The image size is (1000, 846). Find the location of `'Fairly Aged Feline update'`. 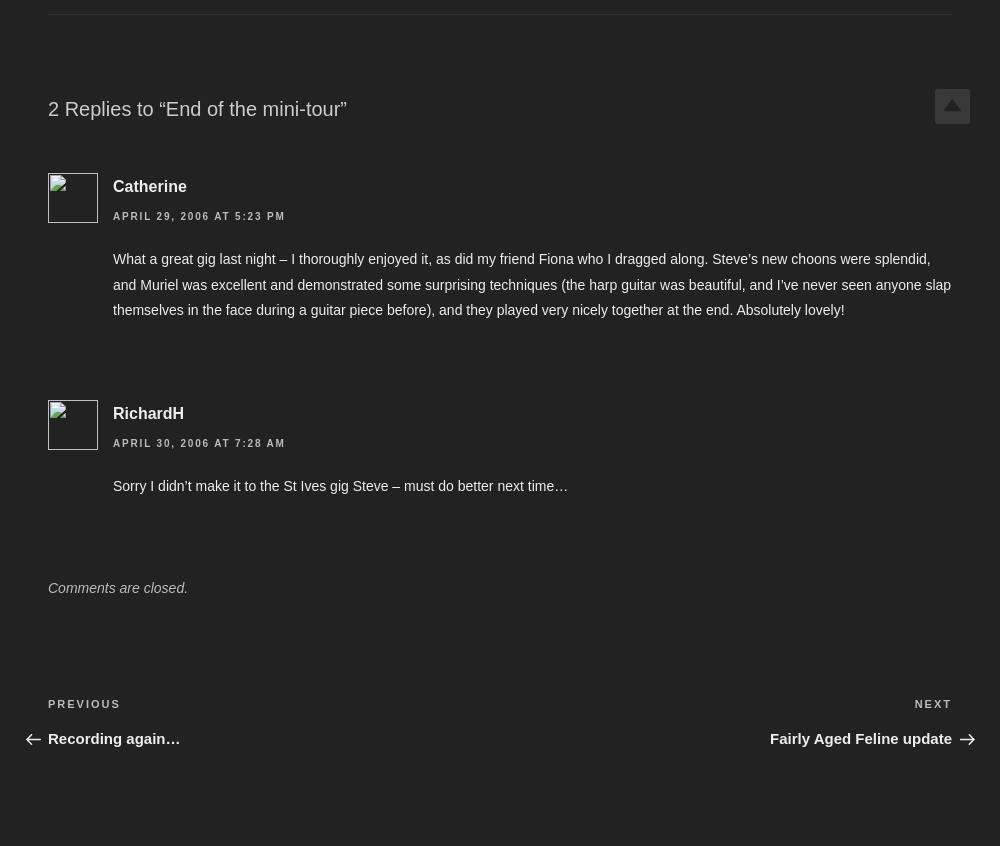

'Fairly Aged Feline update' is located at coordinates (860, 737).